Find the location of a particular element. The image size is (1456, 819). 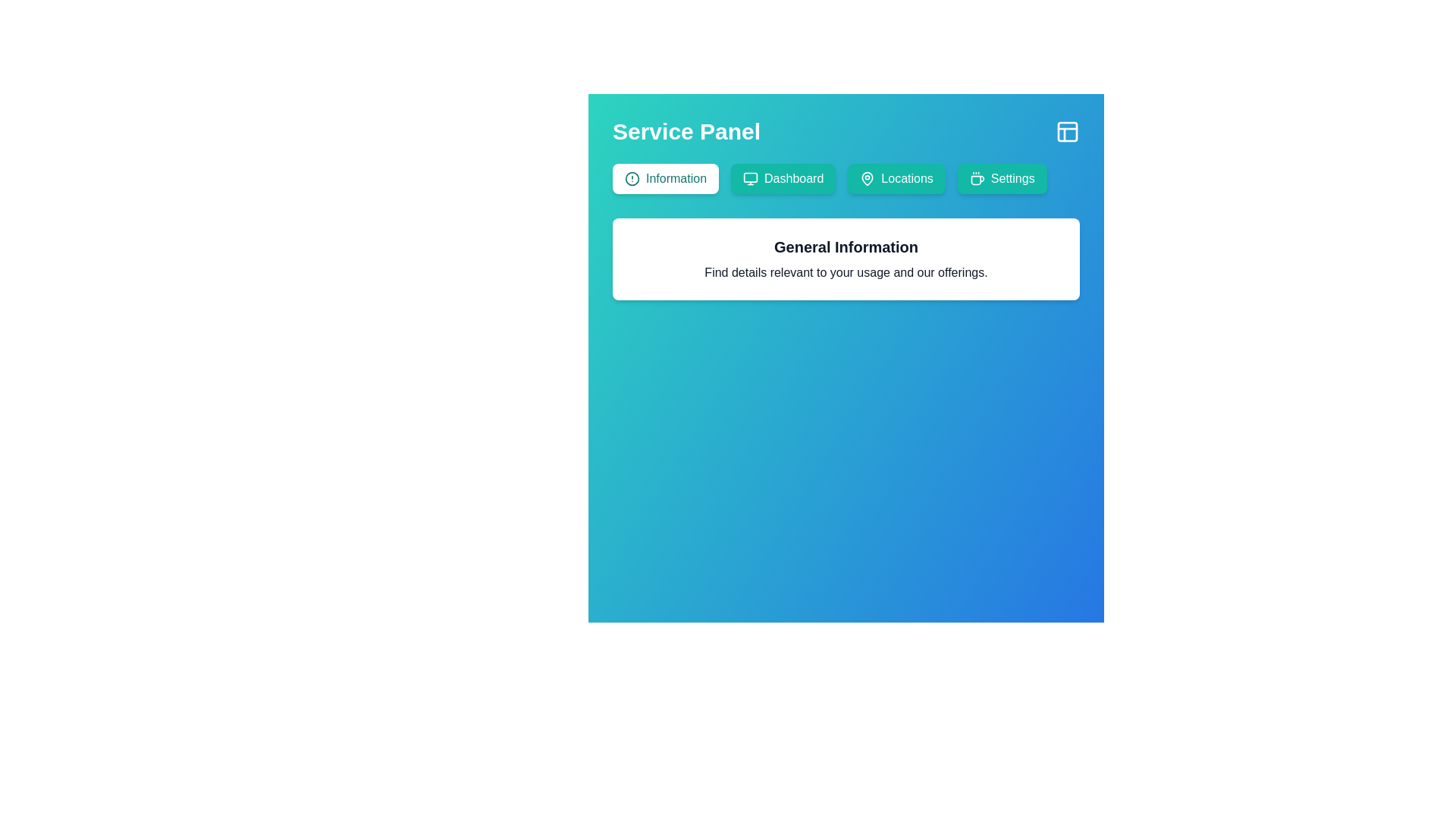

the rectangular frame within the monitor icon located inside the 'Dashboard' button, which is the second item in a row of action buttons is located at coordinates (751, 177).